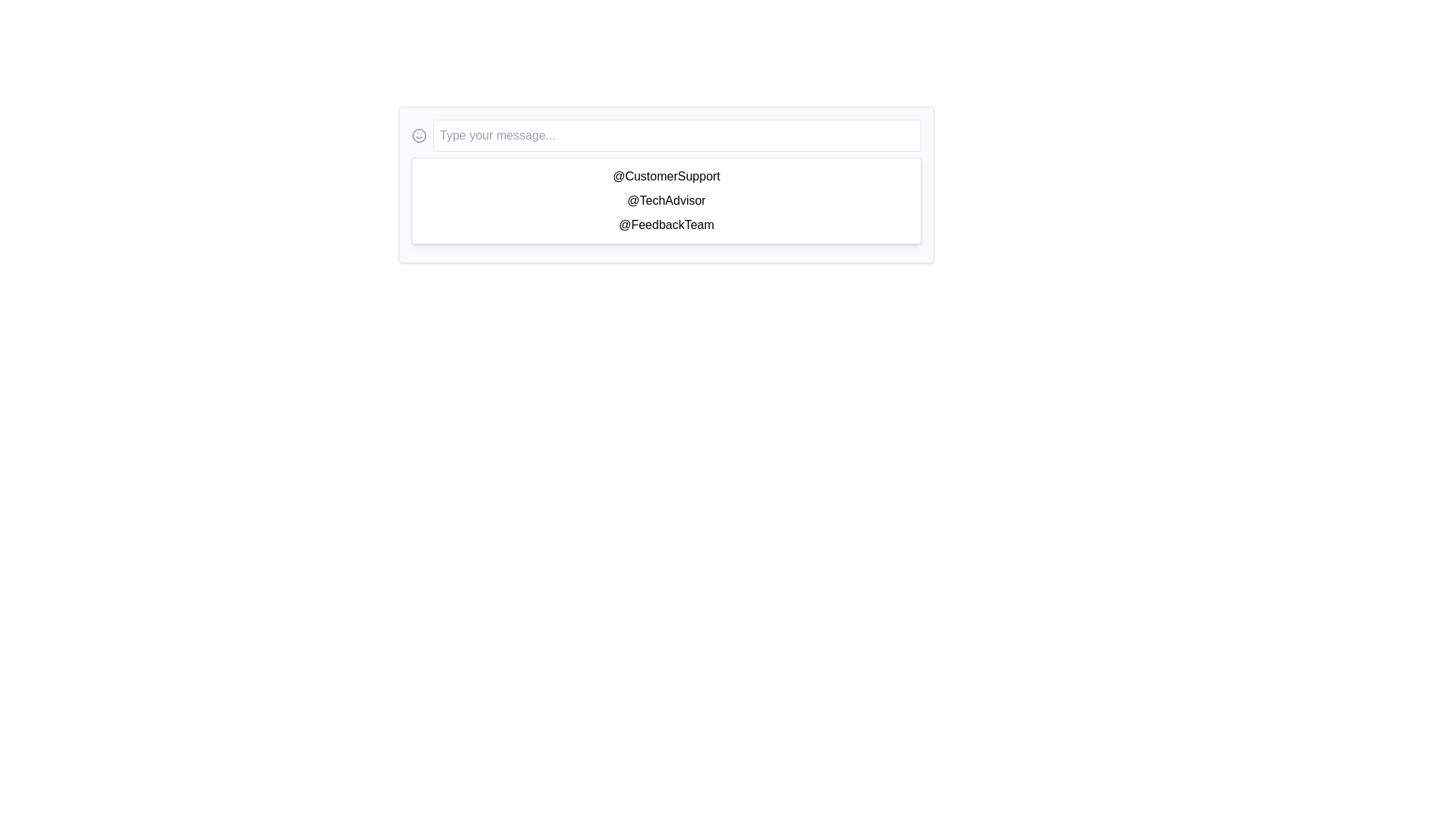 This screenshot has width=1456, height=819. Describe the element at coordinates (666, 200) in the screenshot. I see `the text content element that consists of three lines of handle-style text prefixed with '@', which is visually centered on a white background` at that location.